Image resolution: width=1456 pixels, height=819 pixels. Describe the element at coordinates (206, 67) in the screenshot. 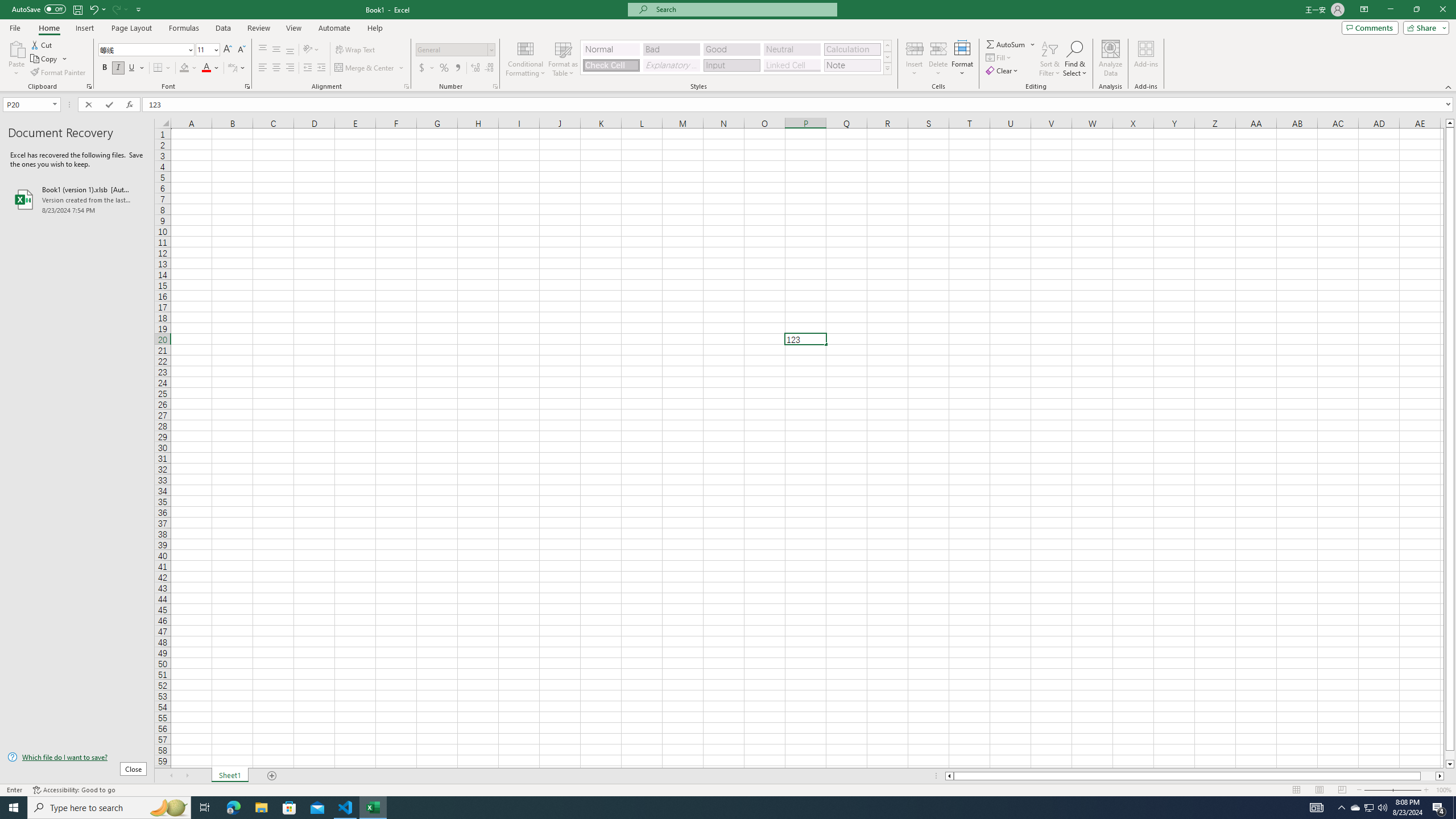

I see `'Font Color RGB(255, 0, 0)'` at that location.